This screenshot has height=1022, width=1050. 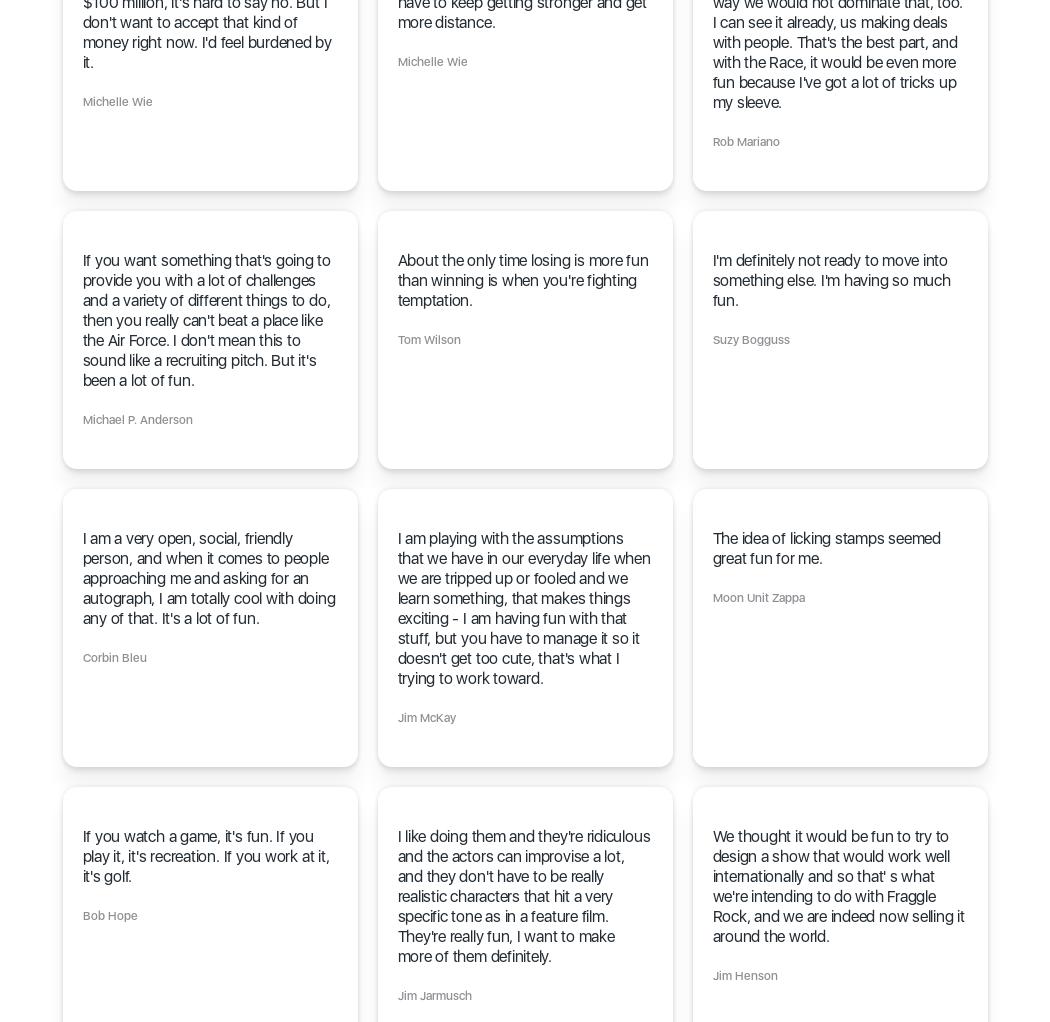 I want to click on 'We thought it would be fun to try to design a show that would work well internationally and so that' s what we're intending to do with Fraggle Rock, and we are indeed now selling it around the world.', so click(x=838, y=885).